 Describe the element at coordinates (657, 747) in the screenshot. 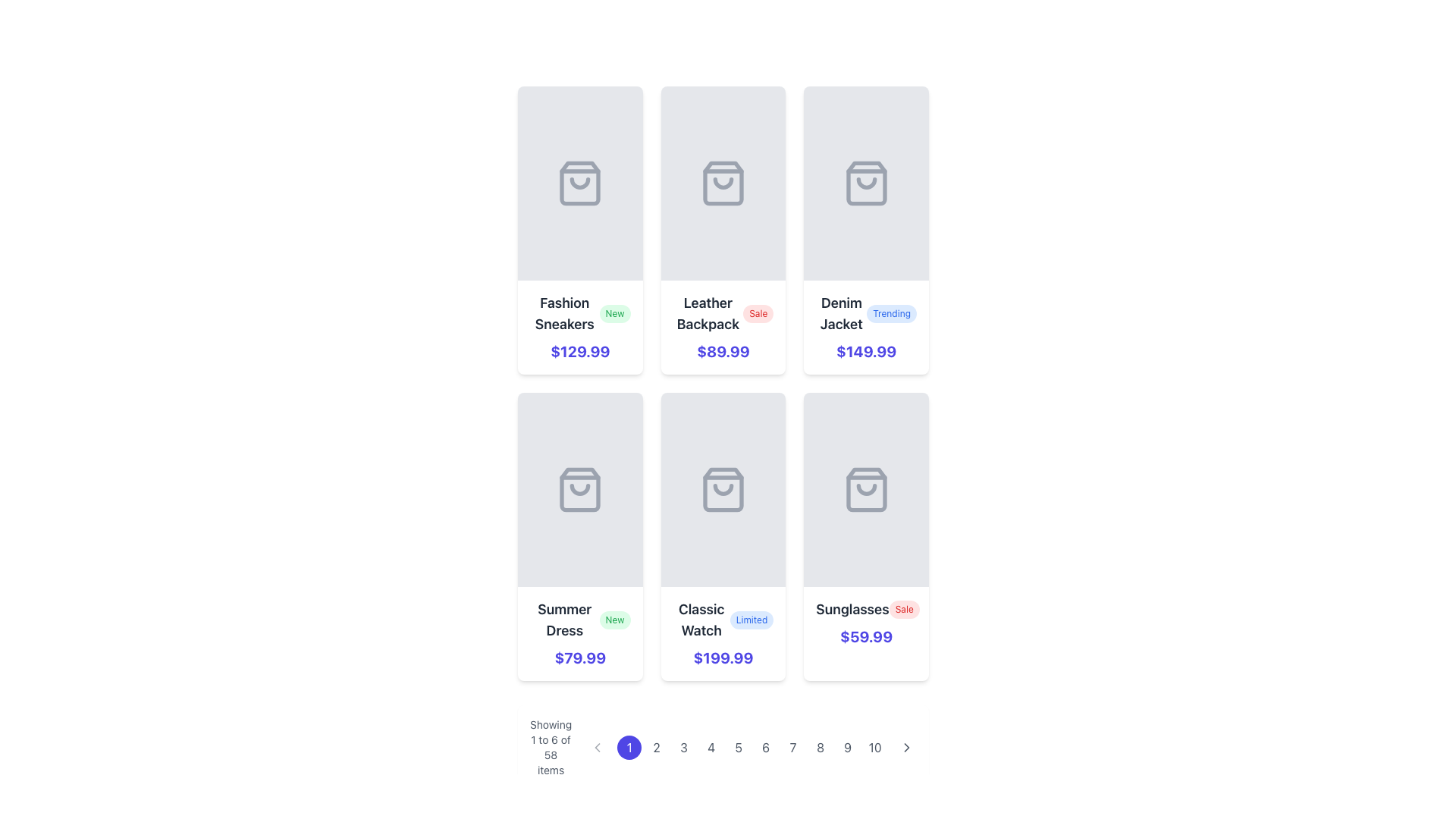

I see `the second navigation button at the bottom center of the interface` at that location.